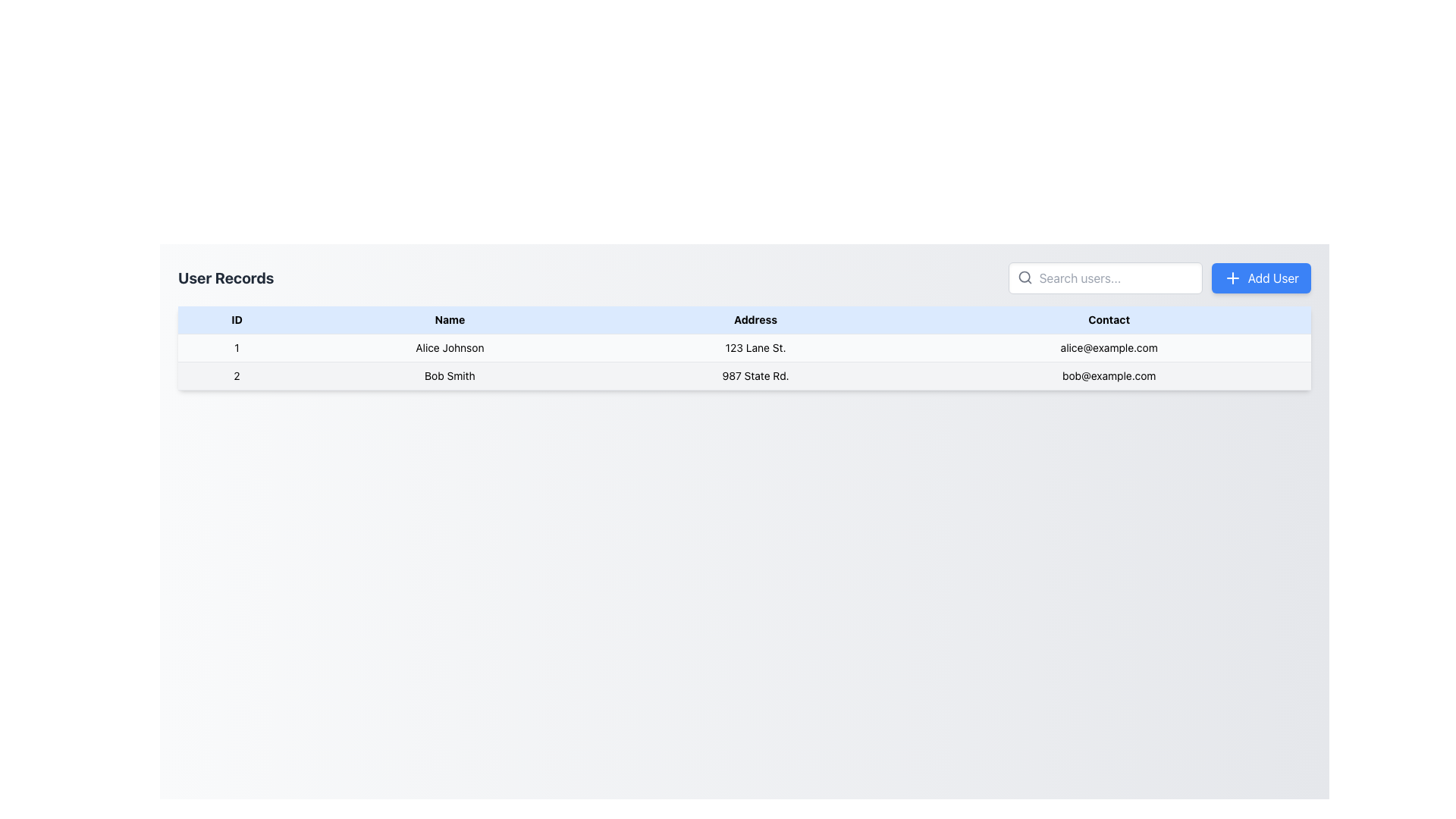  I want to click on the text item representing the identifier or serial number in the second row of the table under the 'ID' column, so click(236, 375).